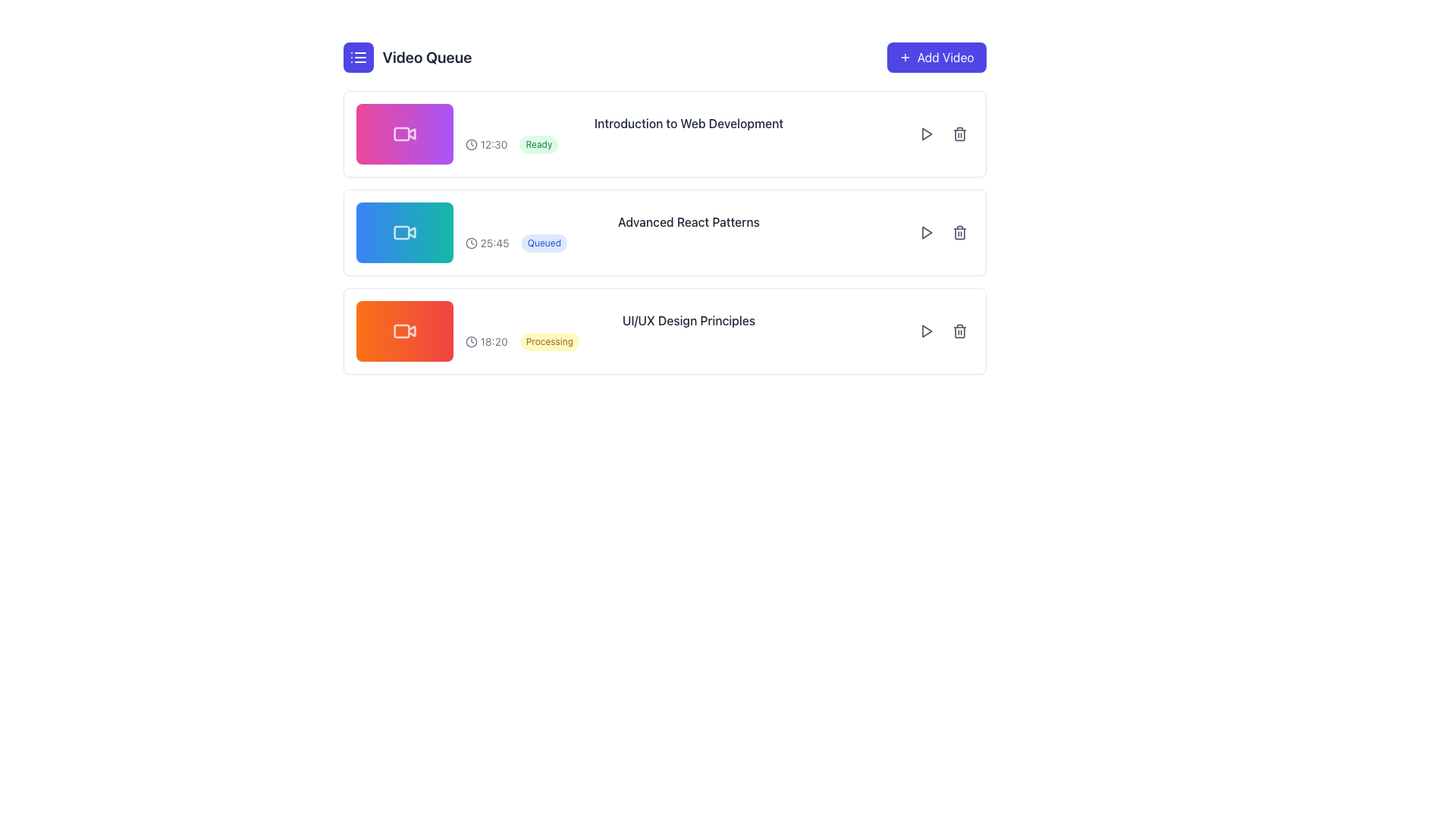 The image size is (1456, 819). I want to click on the 'Video Queue' text label, which displays prominently in bold dark gray, located in the top-left section of the interface, so click(426, 57).